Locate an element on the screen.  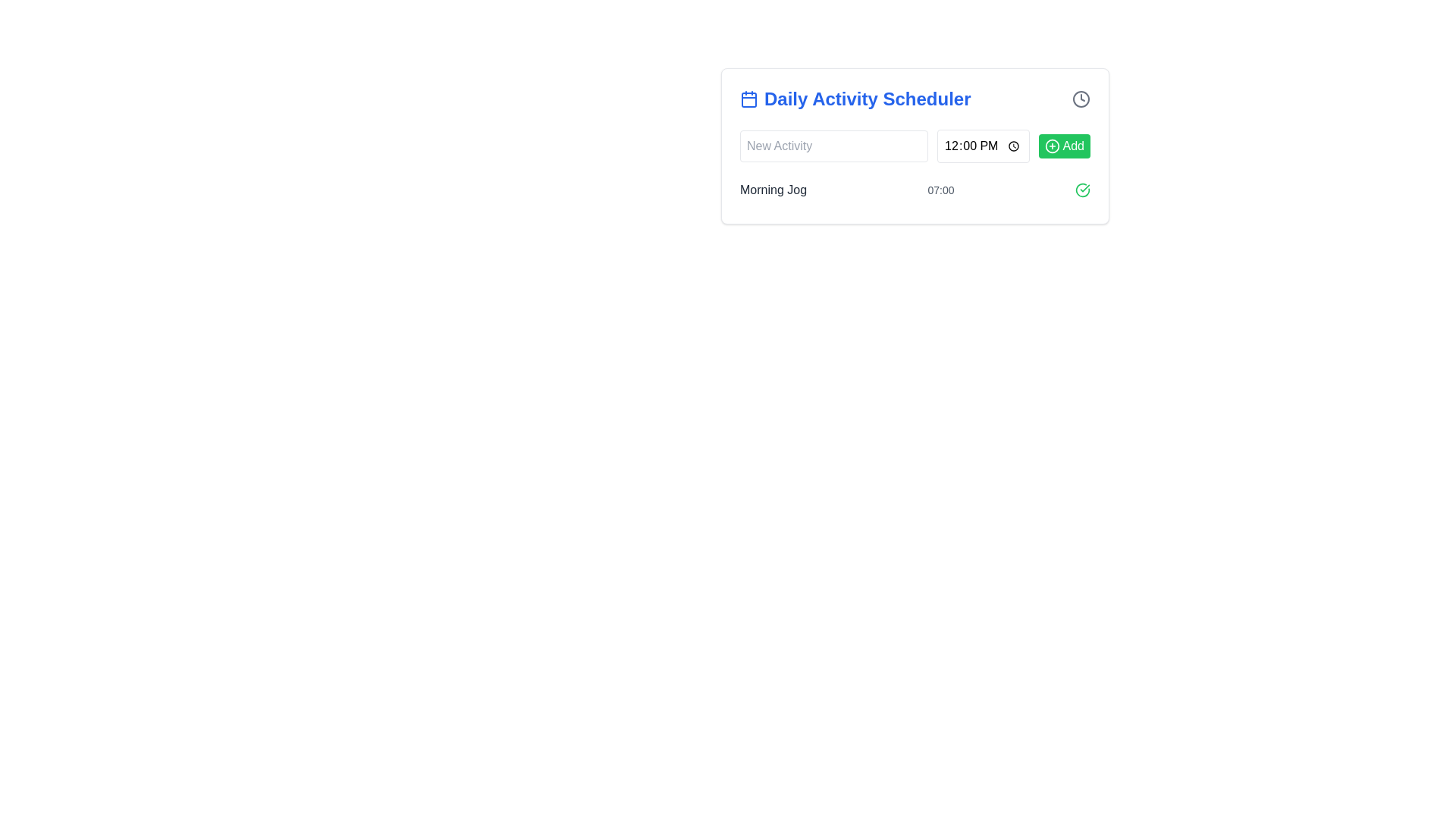
the minimalist gray clock icon located on the far right side of the 'Daily Activity Scheduler' header is located at coordinates (1080, 99).